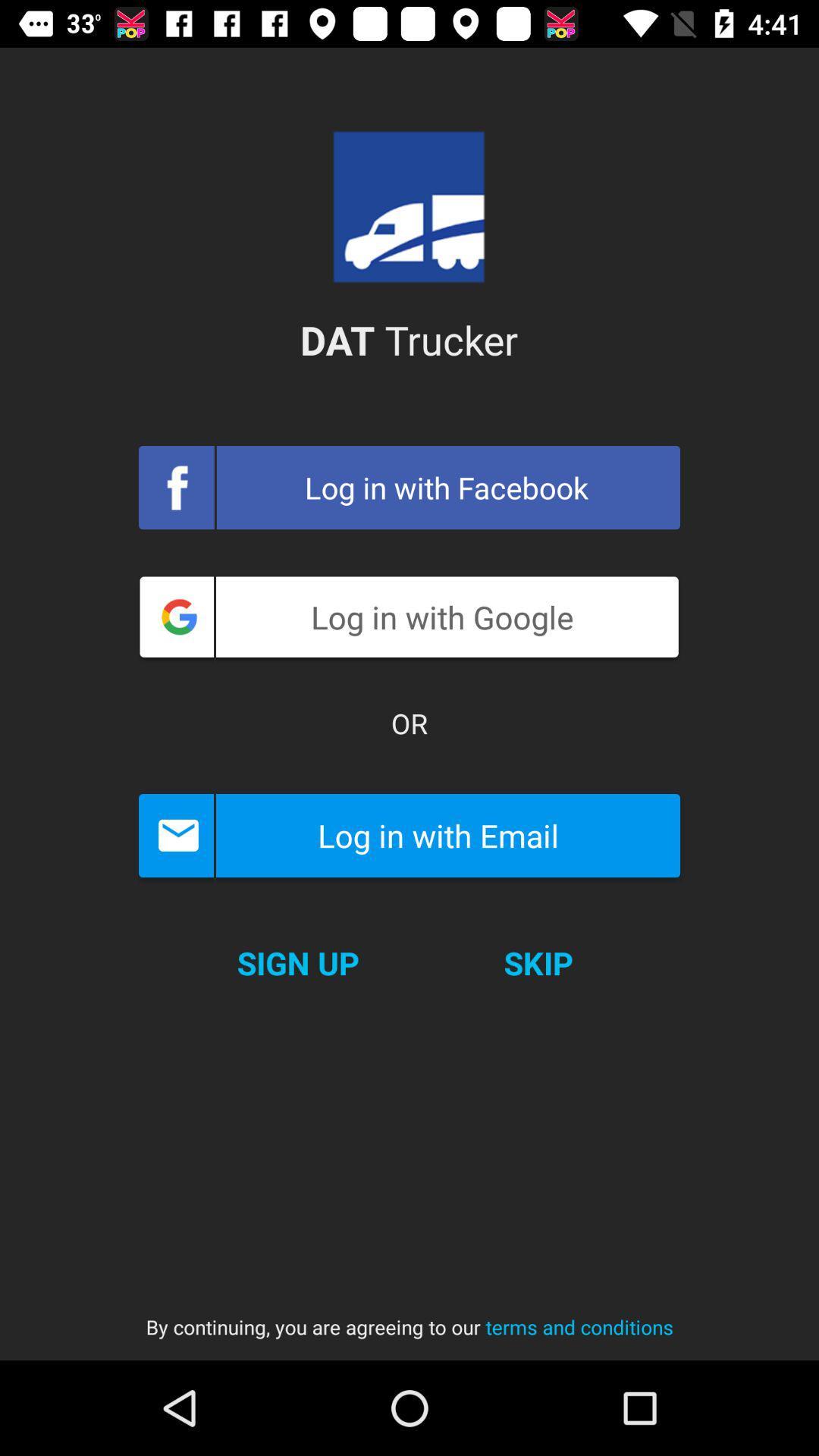  I want to click on the icon below log in with, so click(409, 723).